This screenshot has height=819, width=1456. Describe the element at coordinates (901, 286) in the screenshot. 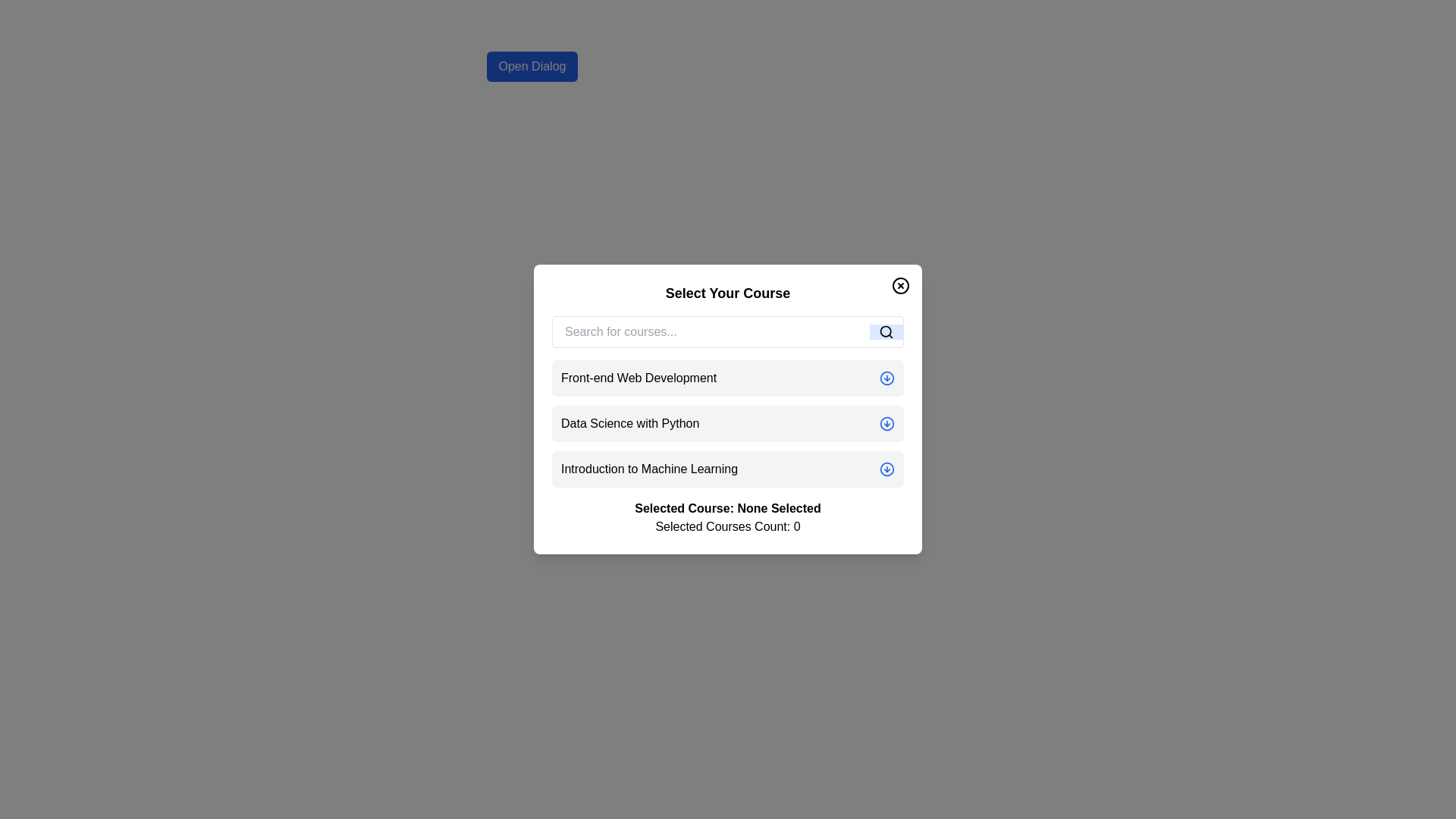

I see `the close icon represented by a circular graphical icon with a cross inside it, located at the top-right corner of the 'Select Your Course' modal dialogue box` at that location.